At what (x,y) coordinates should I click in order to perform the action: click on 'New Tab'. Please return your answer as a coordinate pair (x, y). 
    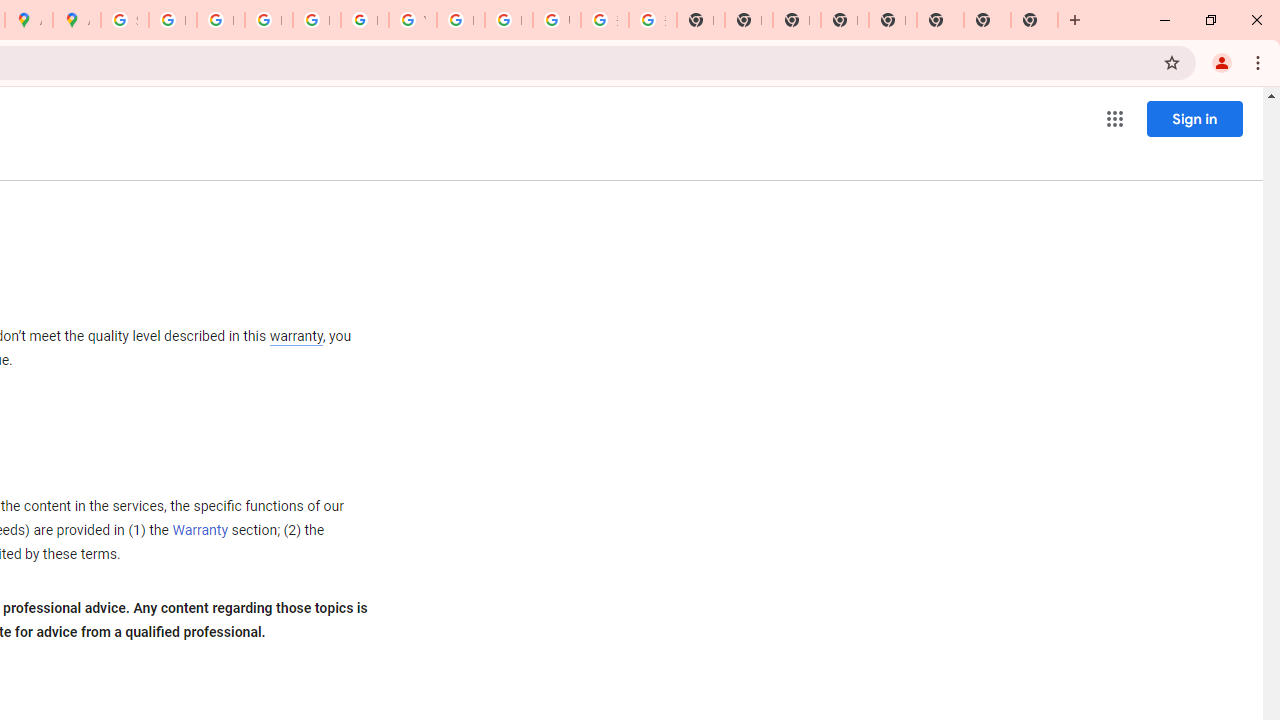
    Looking at the image, I should click on (987, 20).